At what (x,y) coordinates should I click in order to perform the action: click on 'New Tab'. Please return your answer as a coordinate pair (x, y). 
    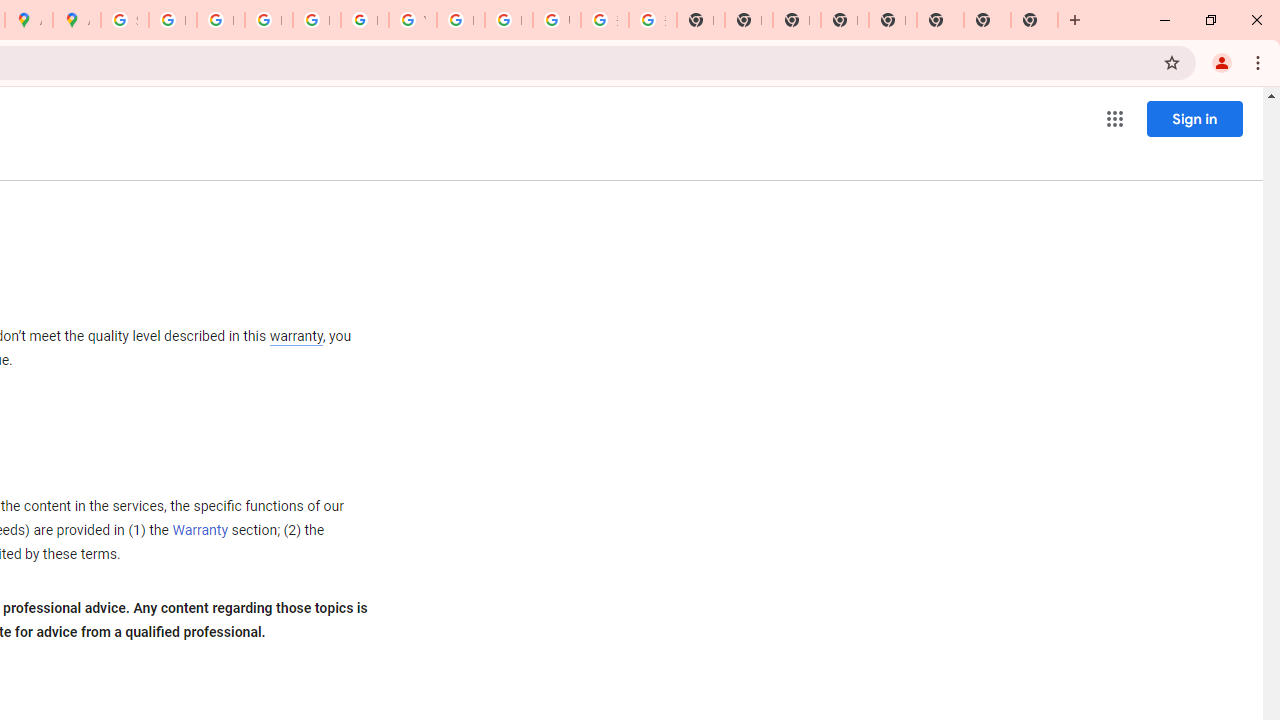
    Looking at the image, I should click on (987, 20).